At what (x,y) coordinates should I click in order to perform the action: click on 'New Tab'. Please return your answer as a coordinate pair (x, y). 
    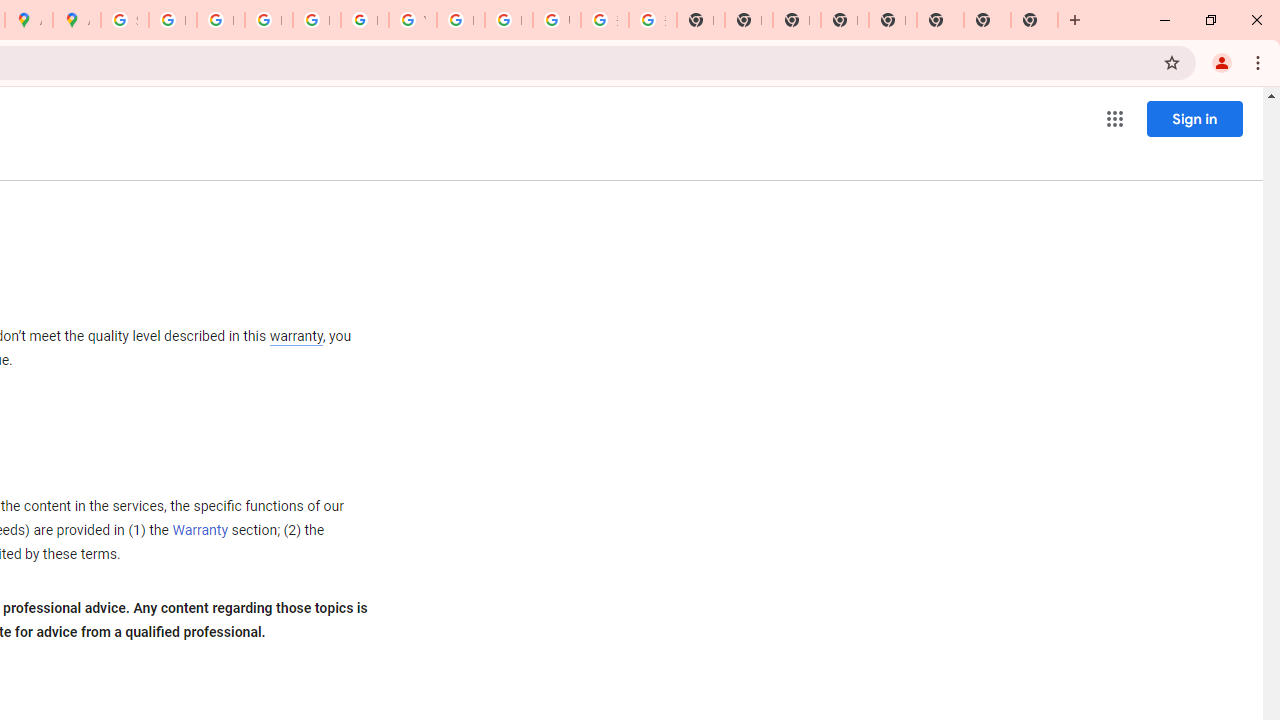
    Looking at the image, I should click on (987, 20).